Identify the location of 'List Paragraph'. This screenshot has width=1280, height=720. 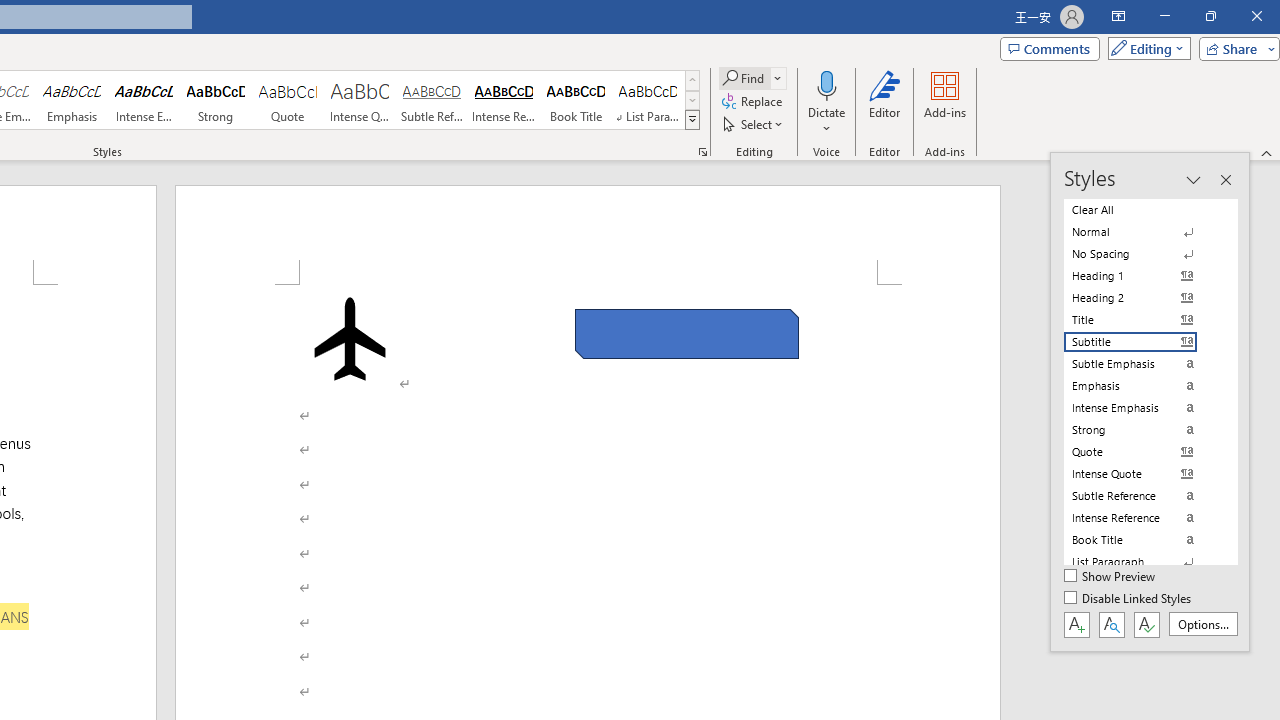
(1142, 561).